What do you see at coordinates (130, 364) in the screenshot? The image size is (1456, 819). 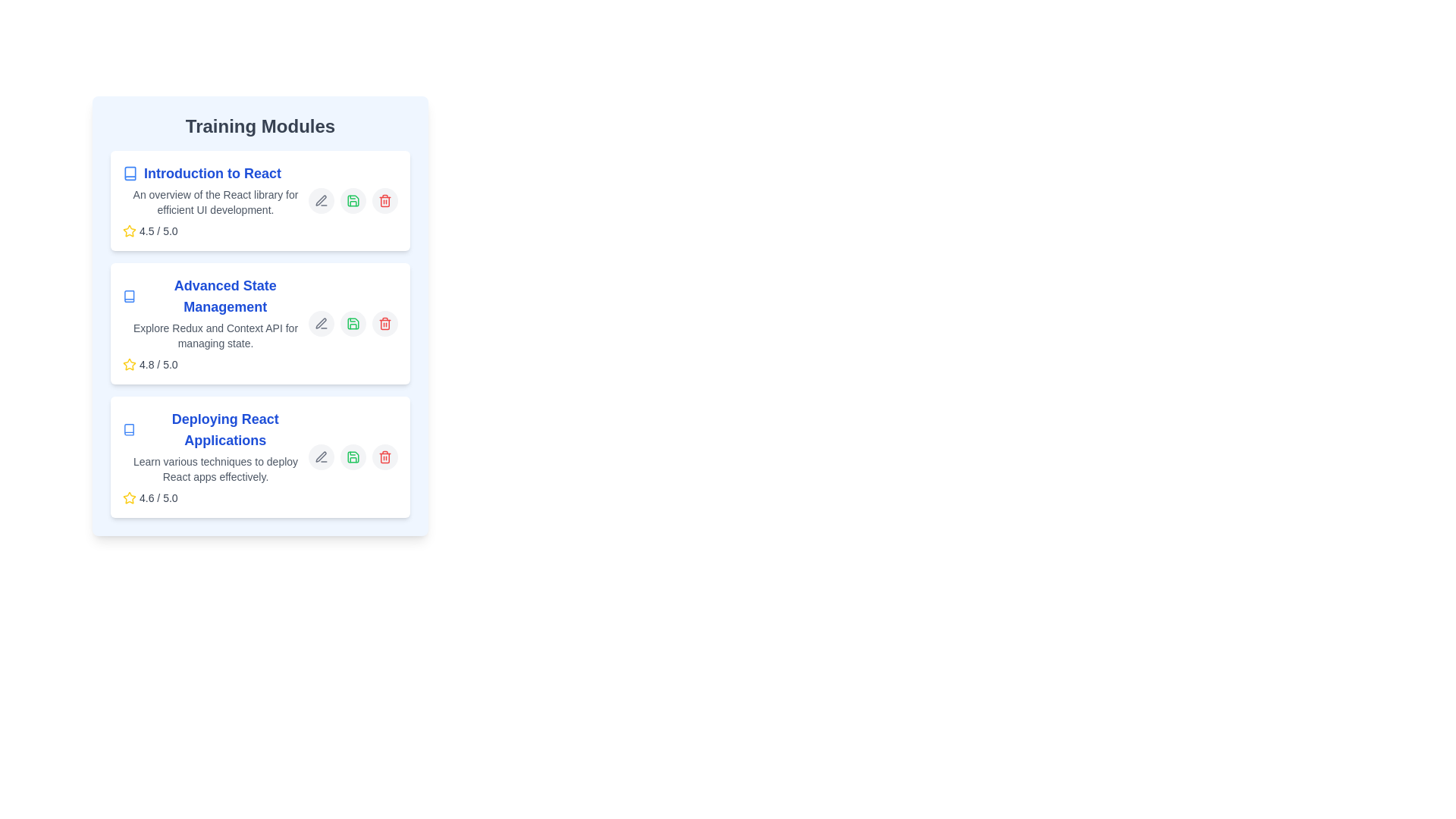 I see `the star-shaped icon filled with yellow color, part of the rating system, located in the bottom-right corner of the 'Deploying React Applications' module` at bounding box center [130, 364].